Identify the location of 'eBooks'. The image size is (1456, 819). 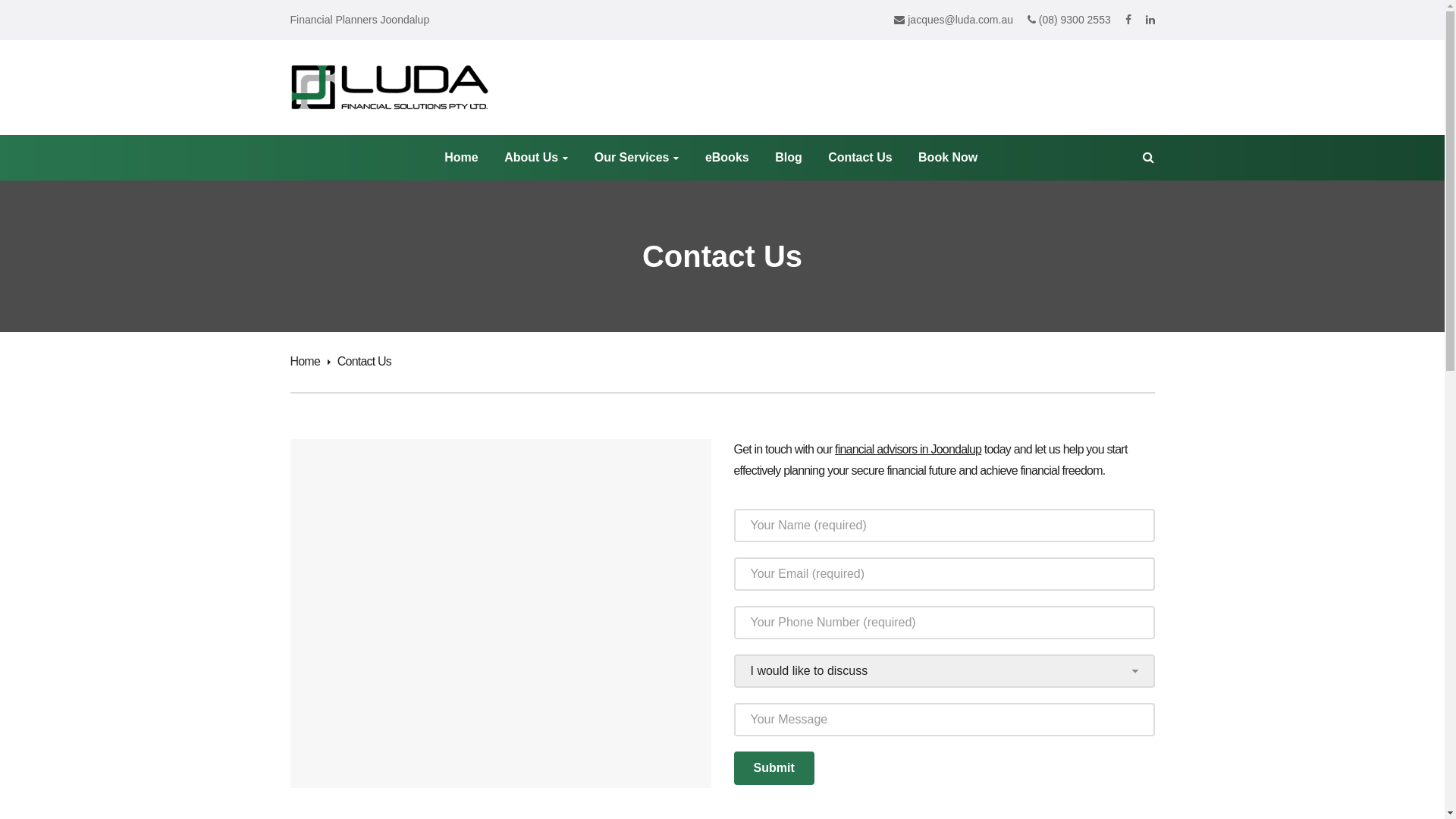
(726, 158).